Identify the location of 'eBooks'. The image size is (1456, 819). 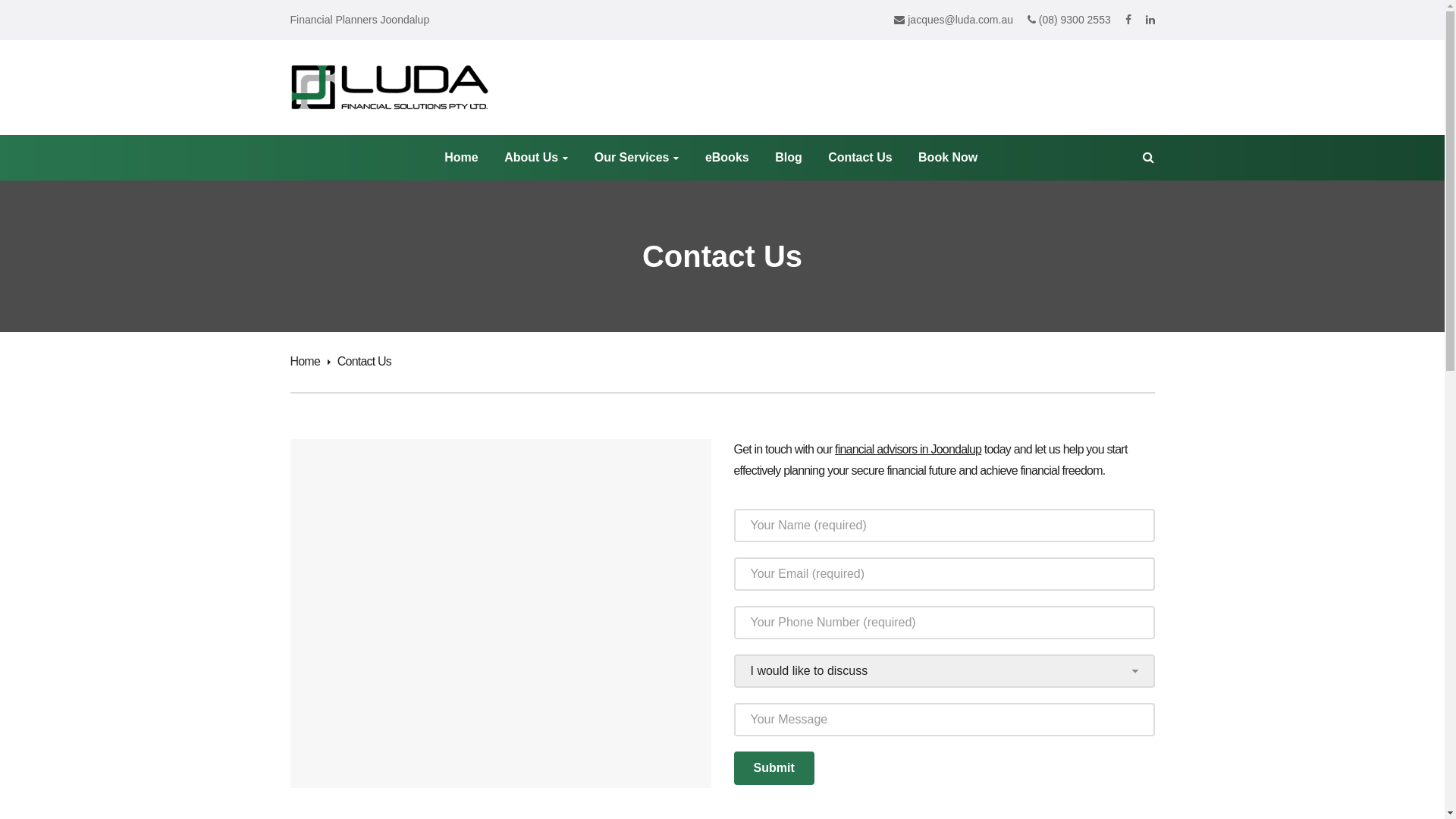
(726, 158).